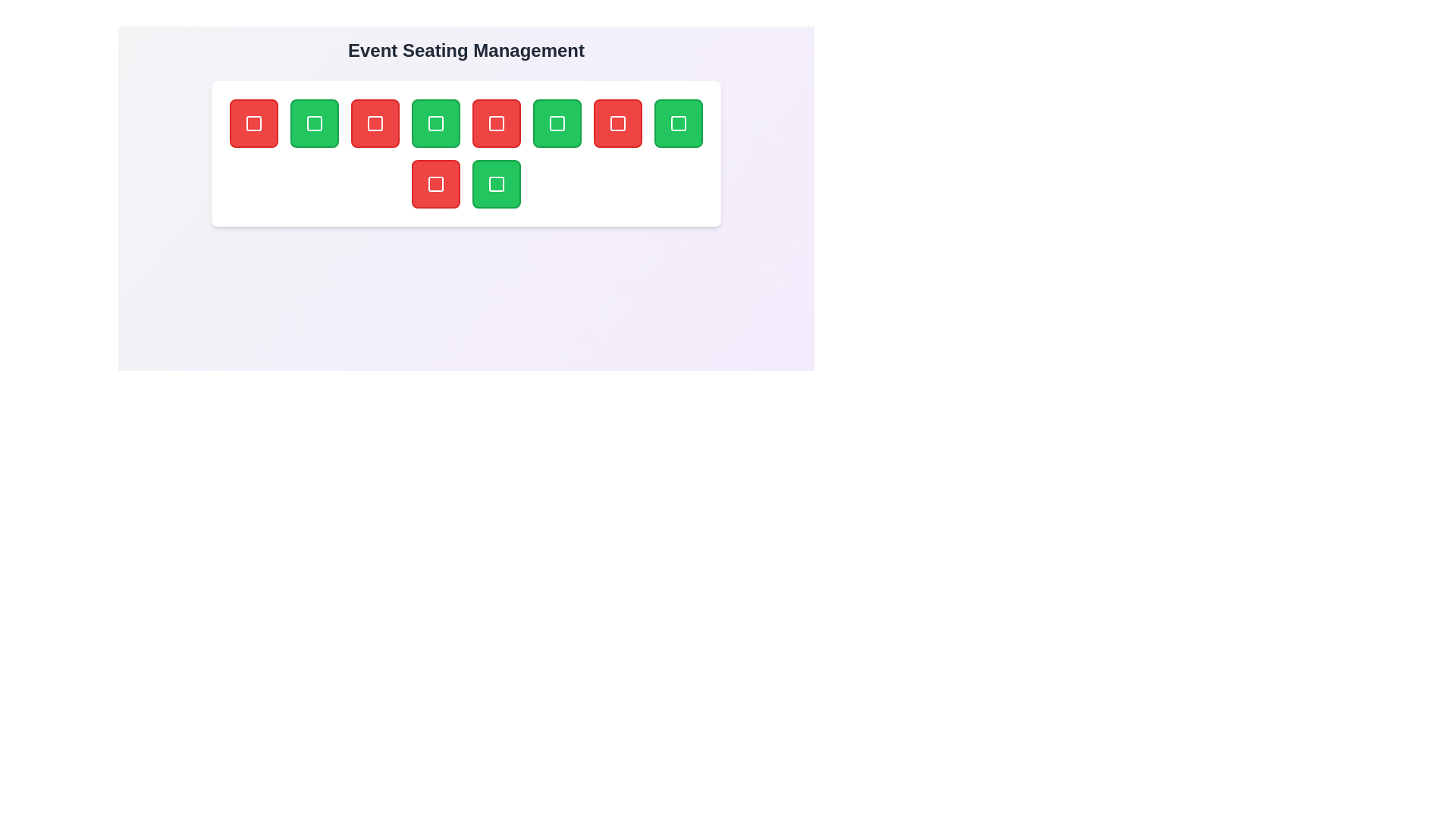 The image size is (1456, 819). What do you see at coordinates (618, 122) in the screenshot?
I see `the red square button with a white square icon, which is the seventh element in the first row of clickable squares` at bounding box center [618, 122].